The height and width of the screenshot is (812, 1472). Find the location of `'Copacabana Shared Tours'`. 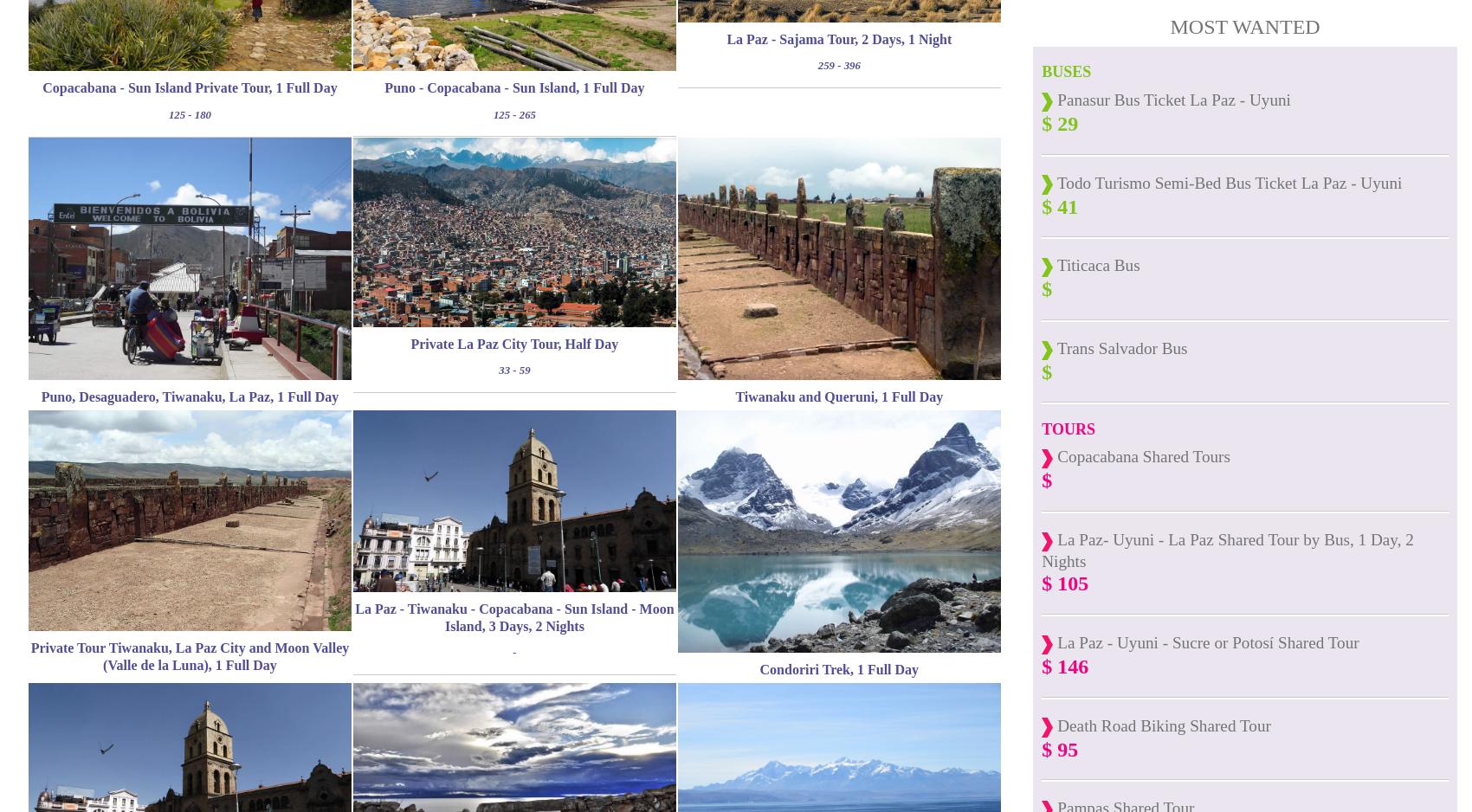

'Copacabana Shared Tours' is located at coordinates (1141, 455).